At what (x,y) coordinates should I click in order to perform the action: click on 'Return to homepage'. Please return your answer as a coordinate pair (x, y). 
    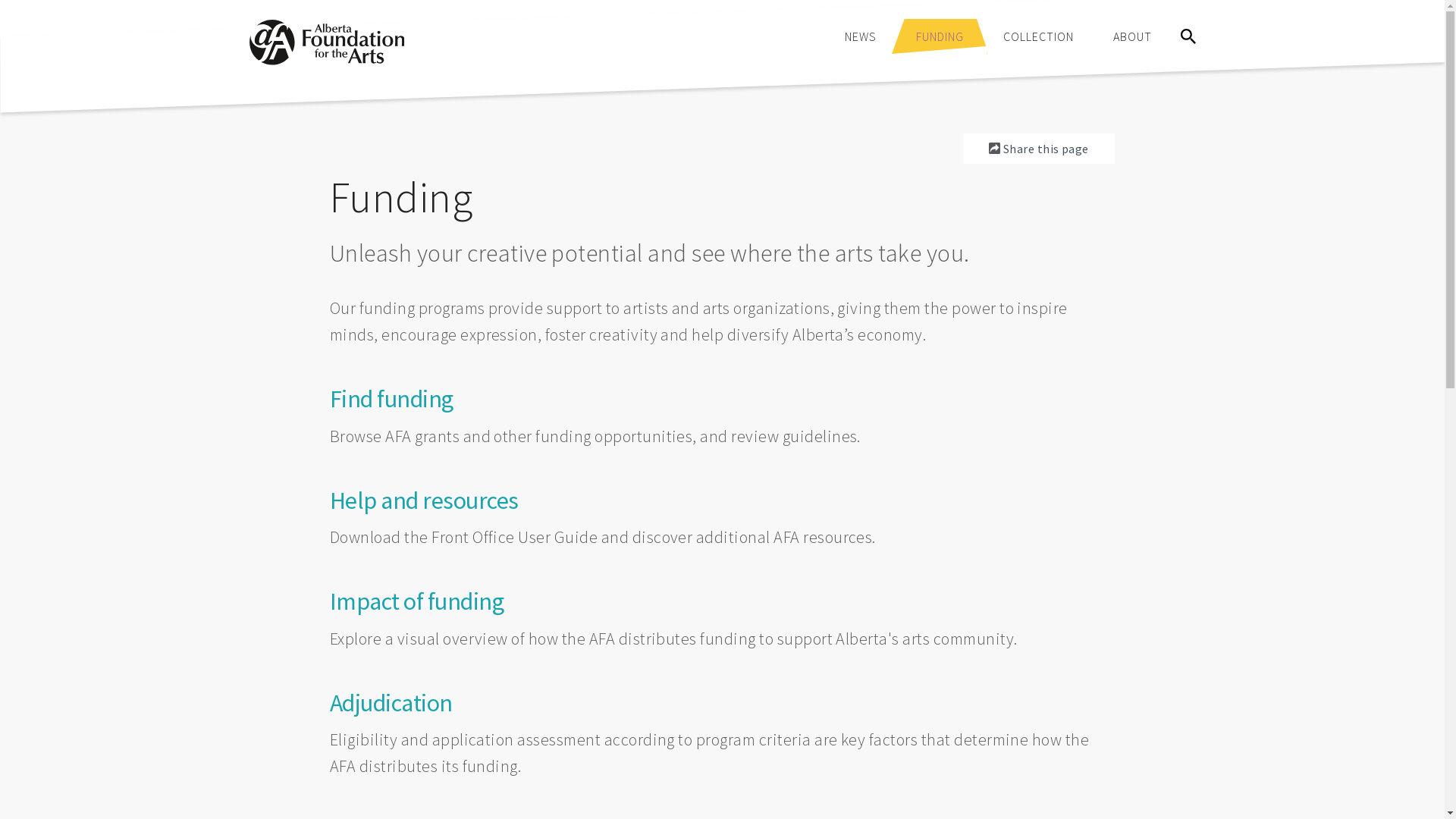
    Looking at the image, I should click on (325, 60).